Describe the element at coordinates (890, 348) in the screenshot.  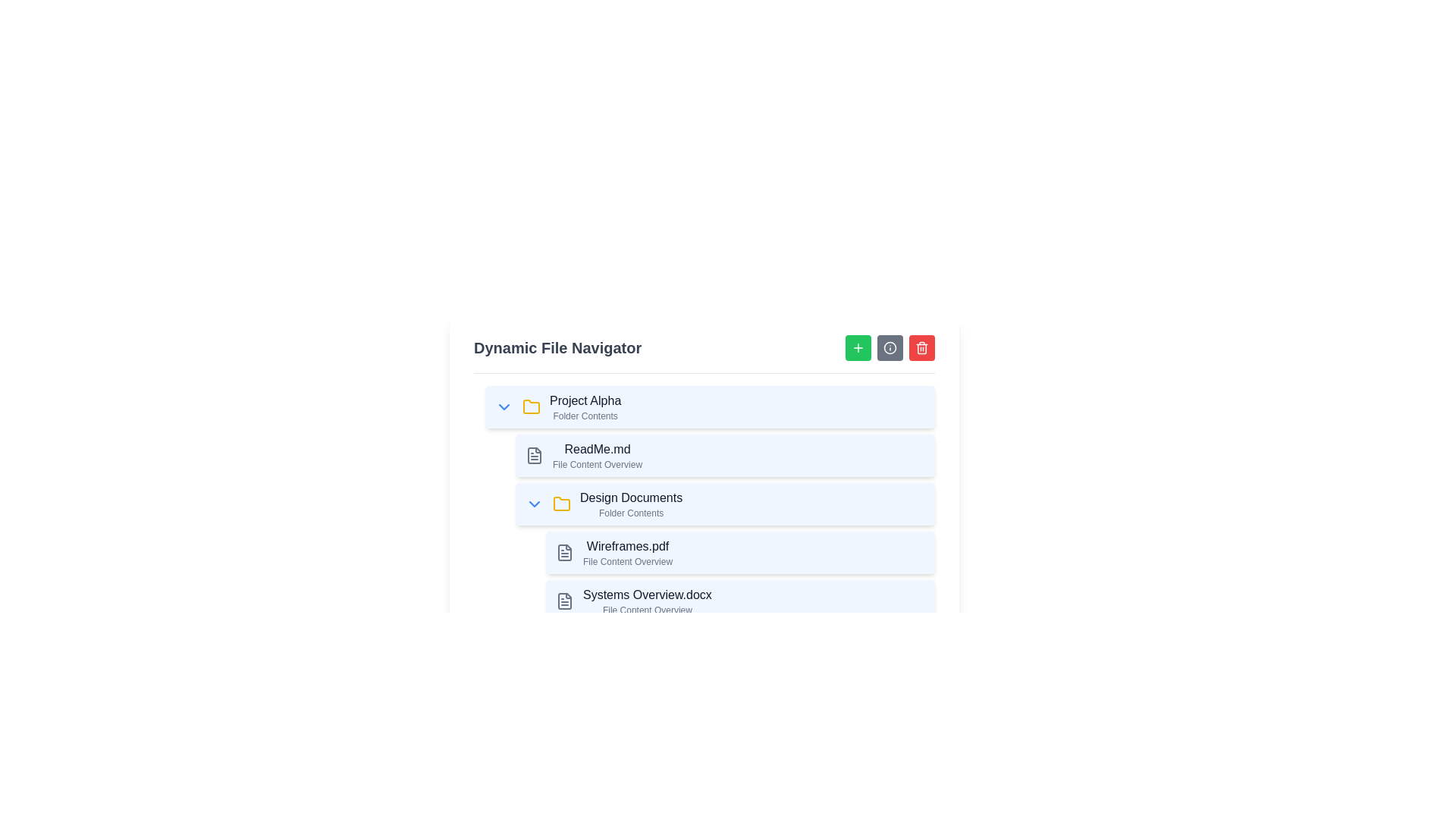
I see `the middle button in the button group with icons located at the top right section of the 'Dynamic File Navigator' interface` at that location.